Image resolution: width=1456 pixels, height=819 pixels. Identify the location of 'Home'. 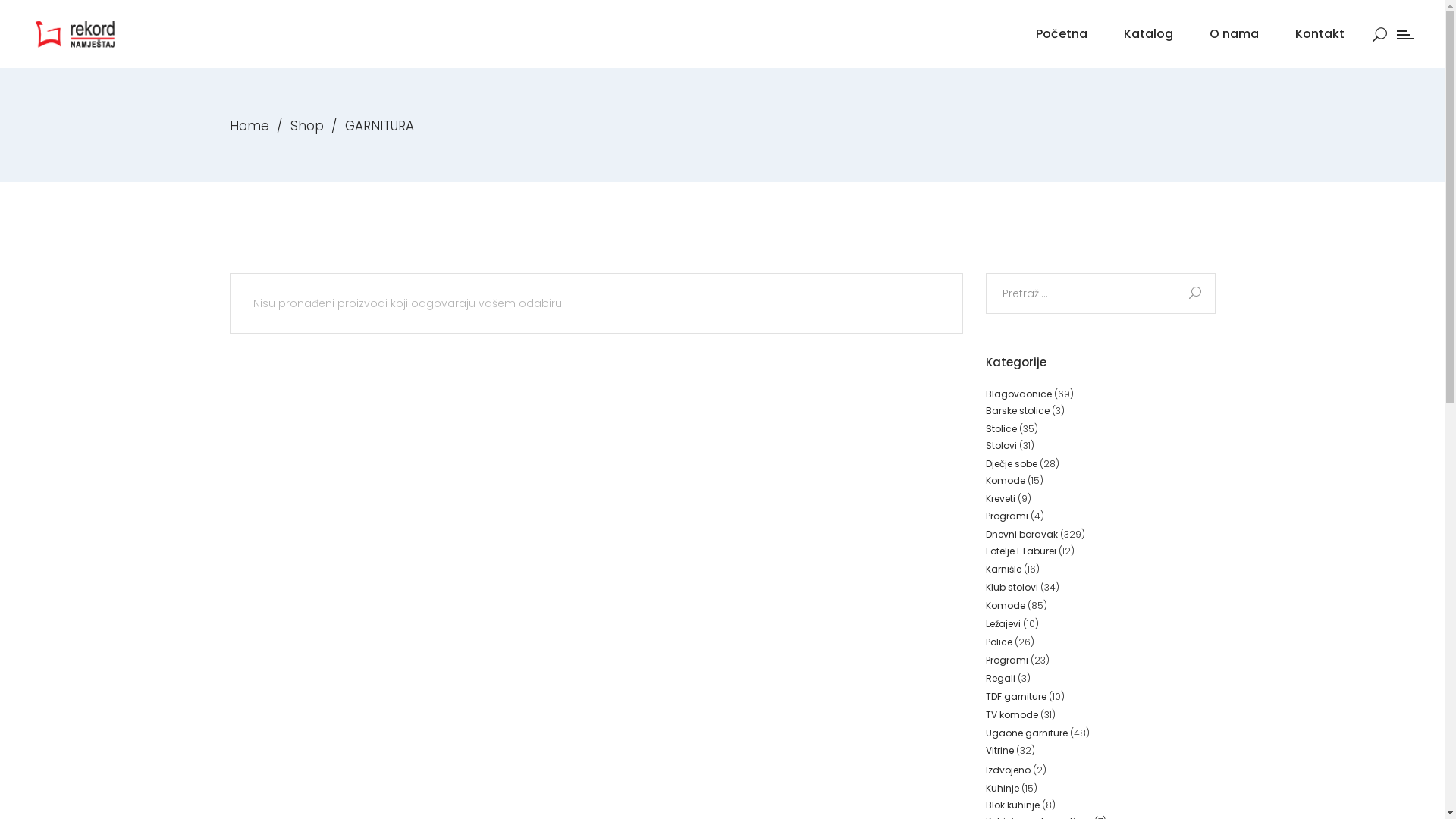
(248, 124).